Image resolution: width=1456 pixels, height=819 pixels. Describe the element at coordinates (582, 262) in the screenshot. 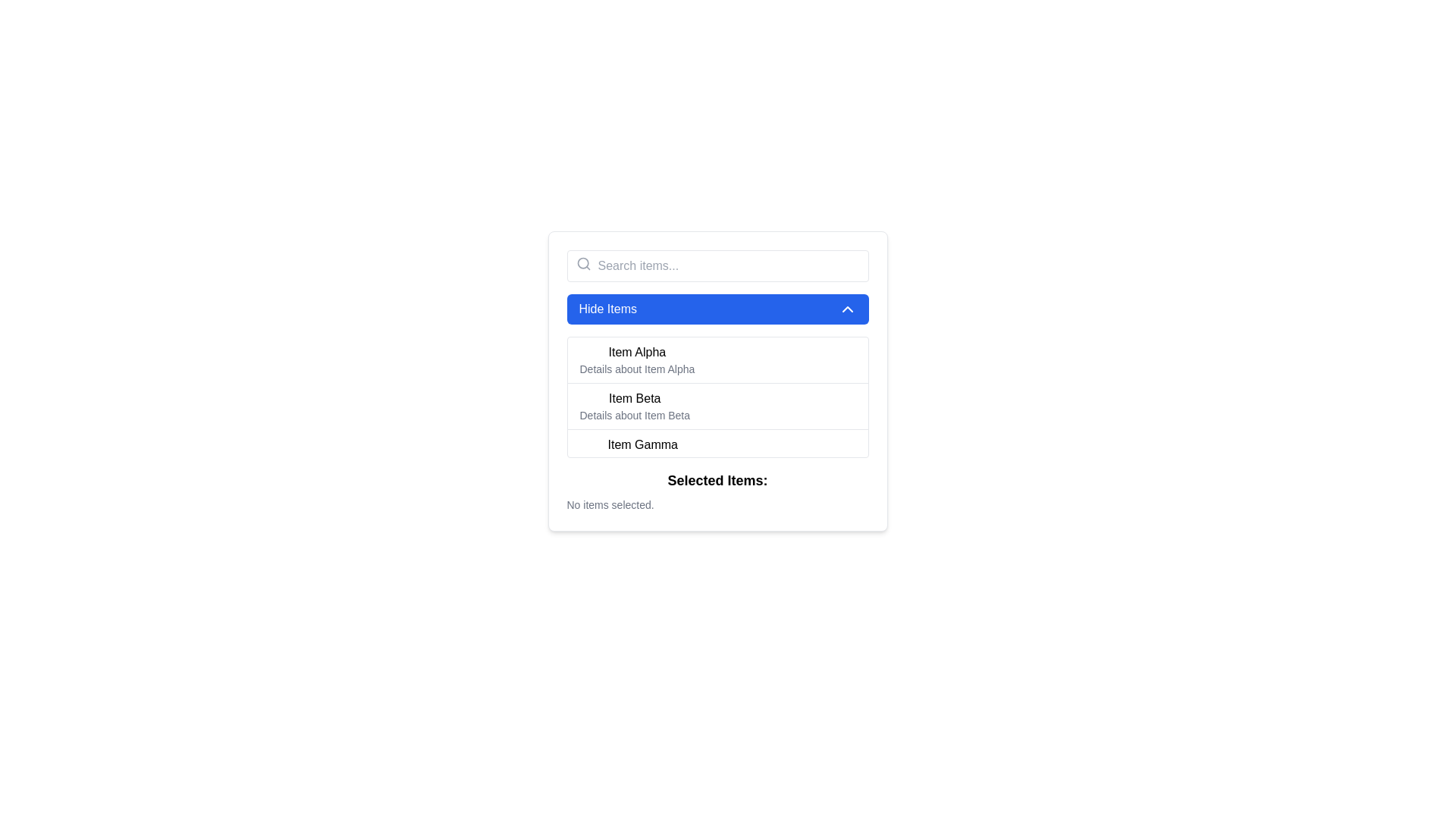

I see `the circular part of the magnifying glass icon located in the top-left corner of the search bar, which indicates the search functionality` at that location.